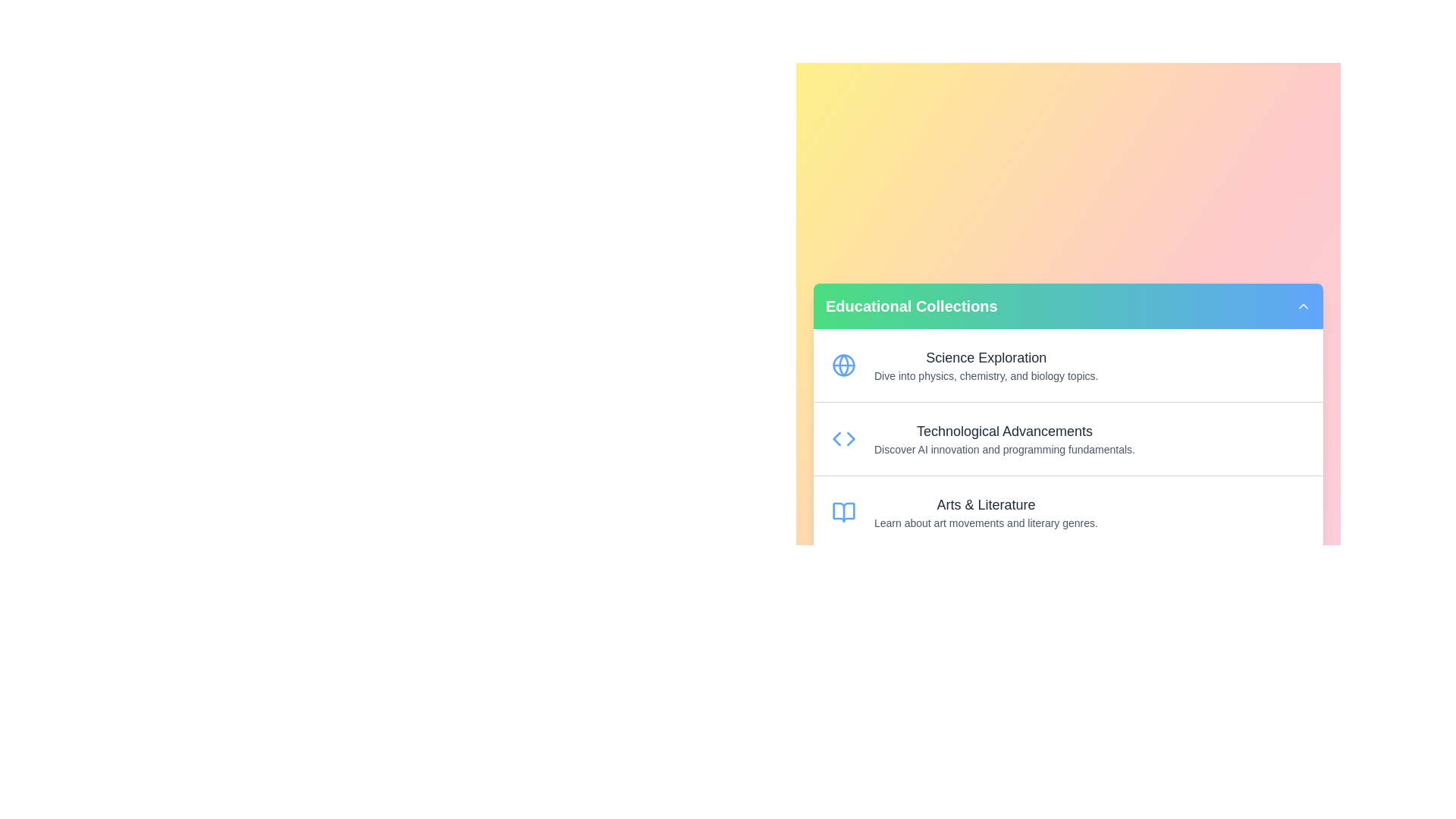  What do you see at coordinates (1302, 306) in the screenshot?
I see `the toggle button to expand or collapse the menu` at bounding box center [1302, 306].